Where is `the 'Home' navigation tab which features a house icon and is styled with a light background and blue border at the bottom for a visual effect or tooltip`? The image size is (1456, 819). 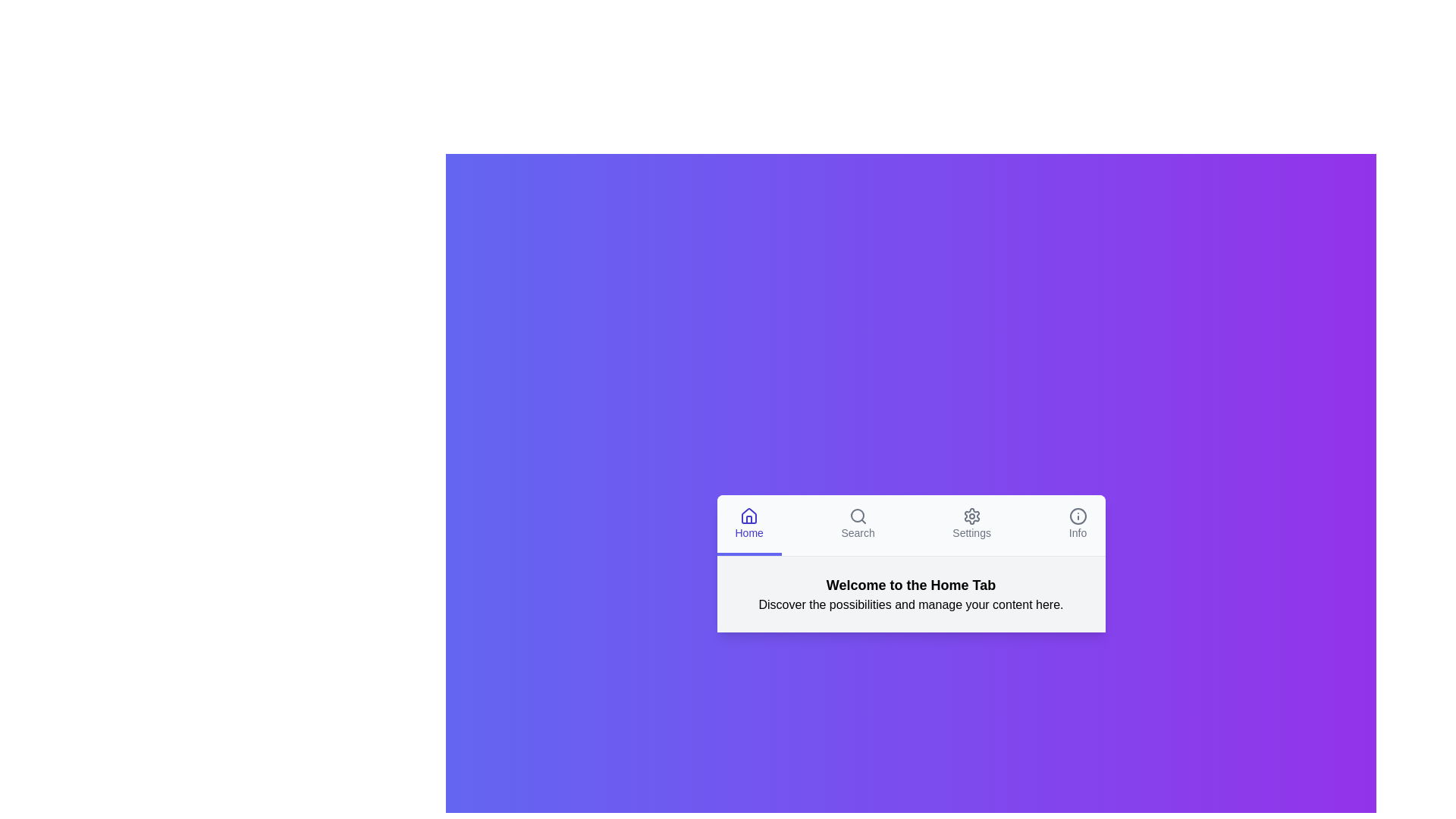
the 'Home' navigation tab which features a house icon and is styled with a light background and blue border at the bottom for a visual effect or tooltip is located at coordinates (749, 524).